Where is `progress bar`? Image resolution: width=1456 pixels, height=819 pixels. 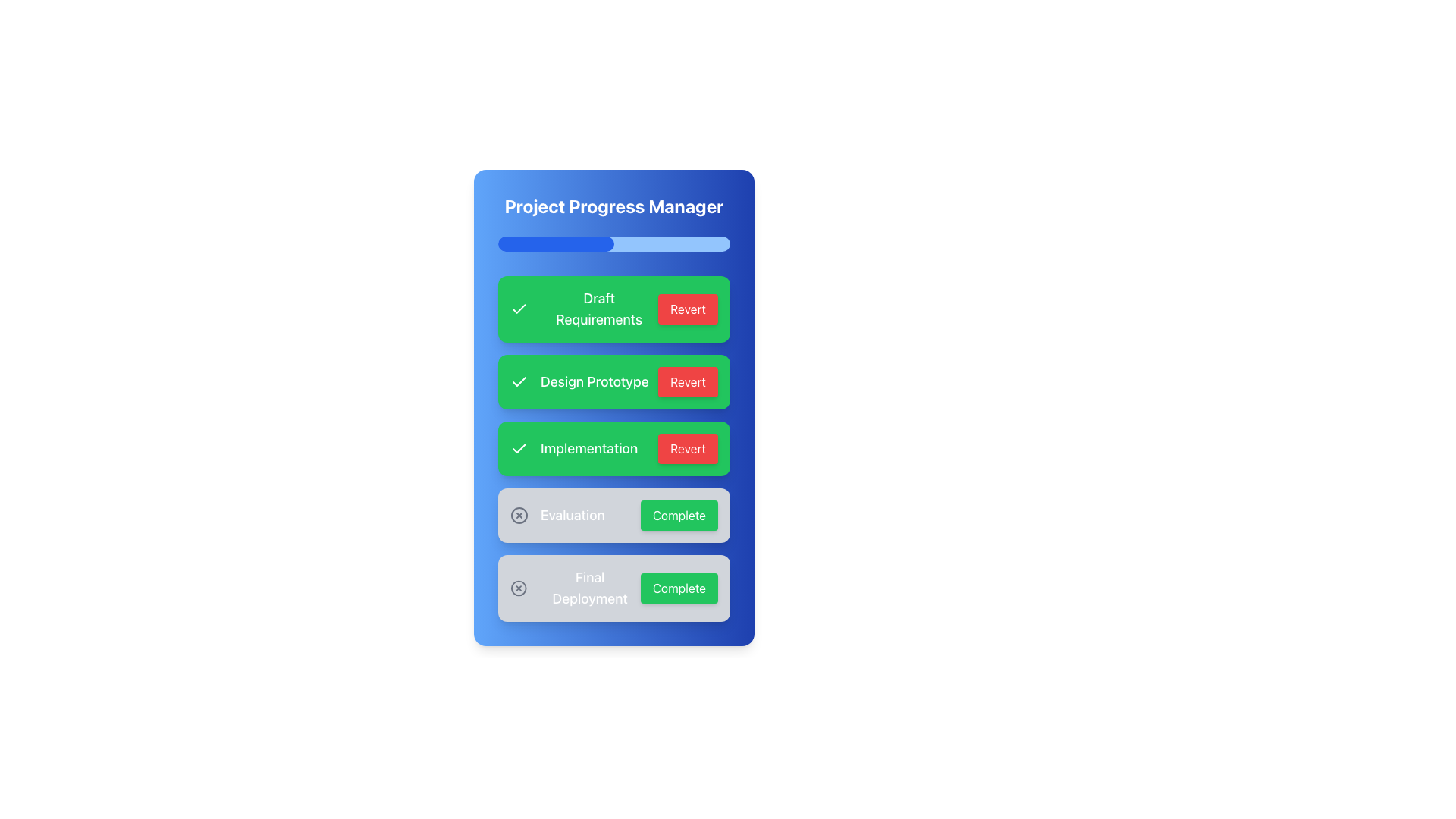 progress bar is located at coordinates (535, 243).